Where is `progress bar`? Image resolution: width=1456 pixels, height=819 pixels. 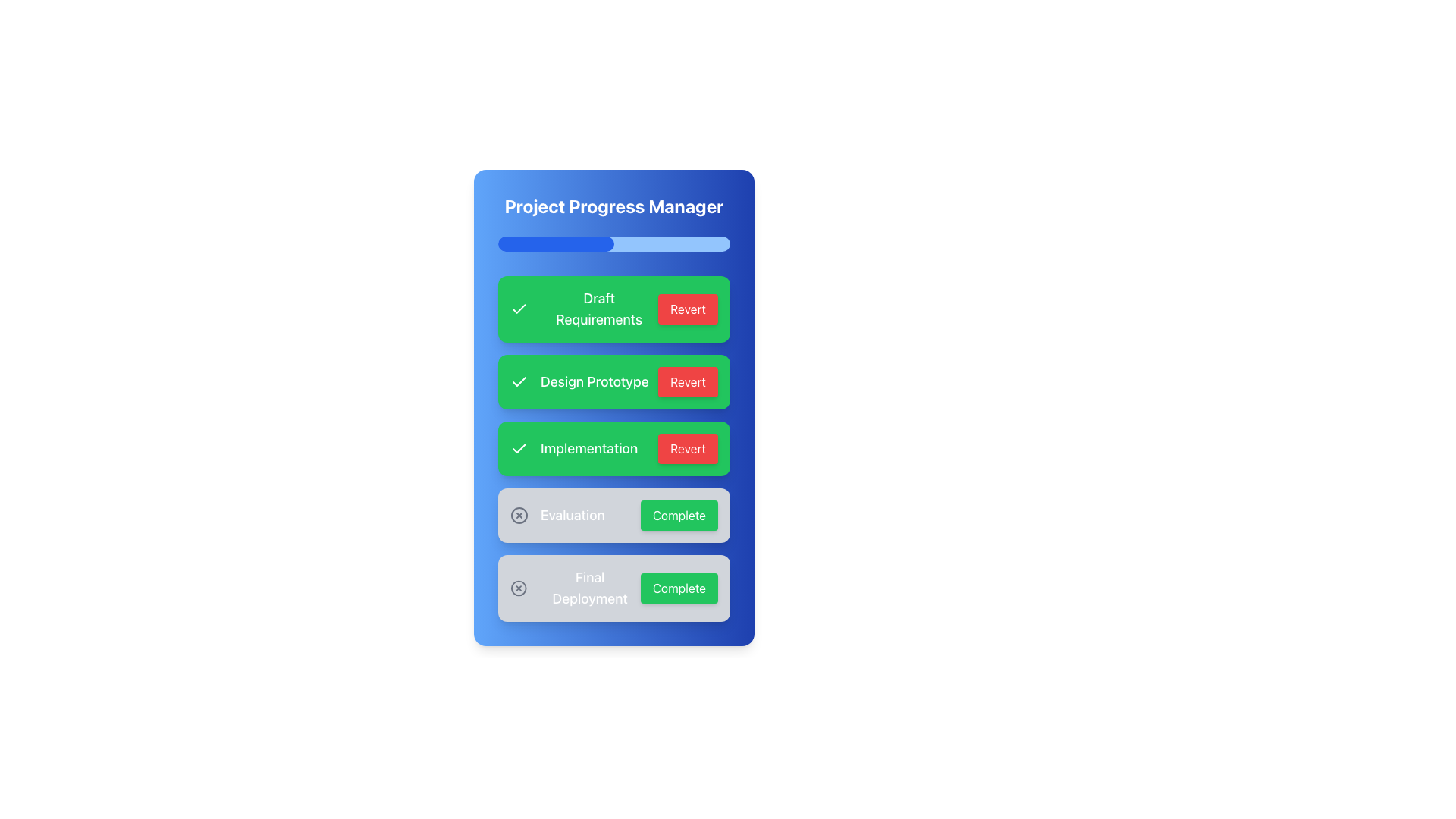 progress bar is located at coordinates (535, 243).